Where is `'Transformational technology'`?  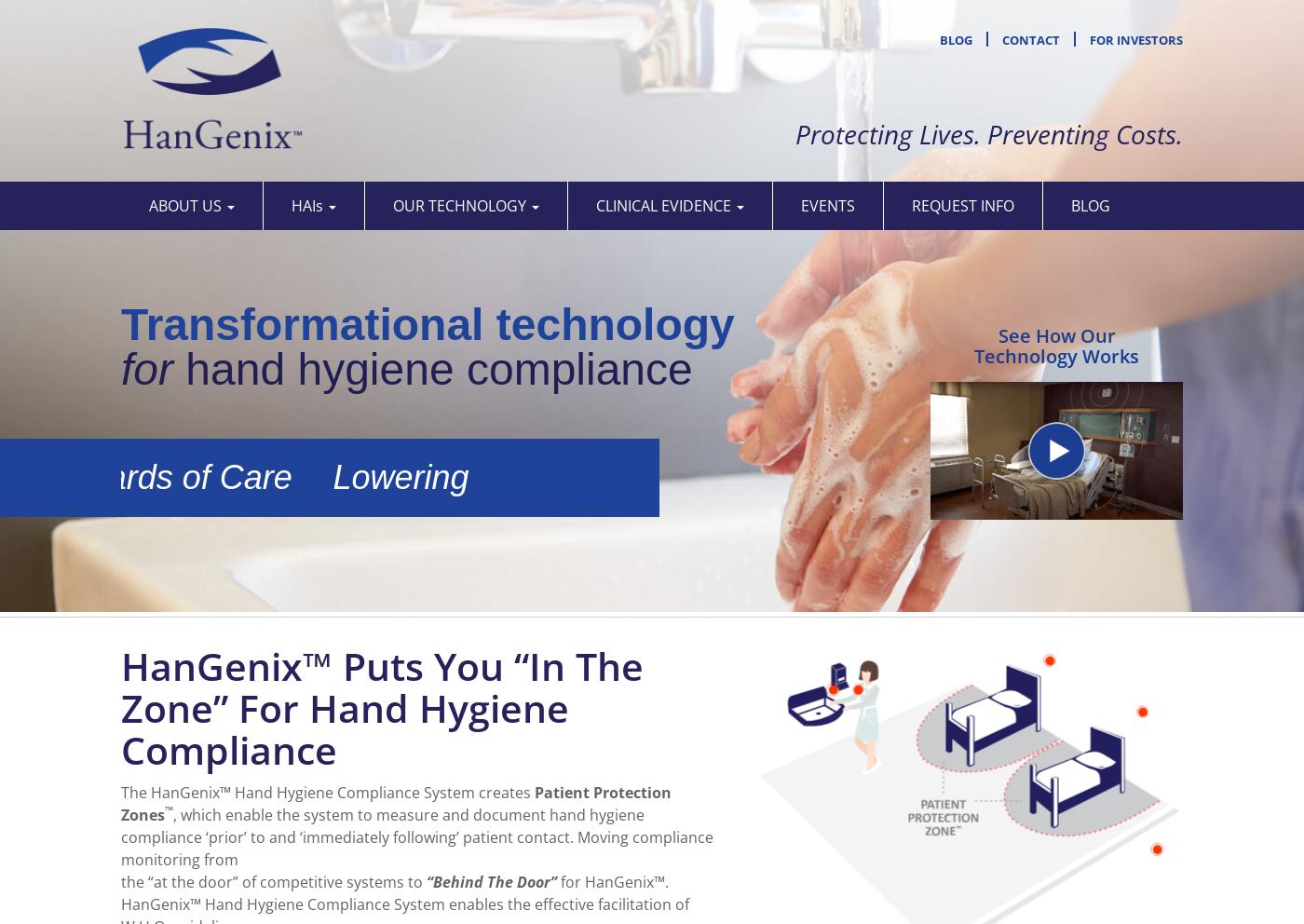 'Transformational technology' is located at coordinates (428, 323).